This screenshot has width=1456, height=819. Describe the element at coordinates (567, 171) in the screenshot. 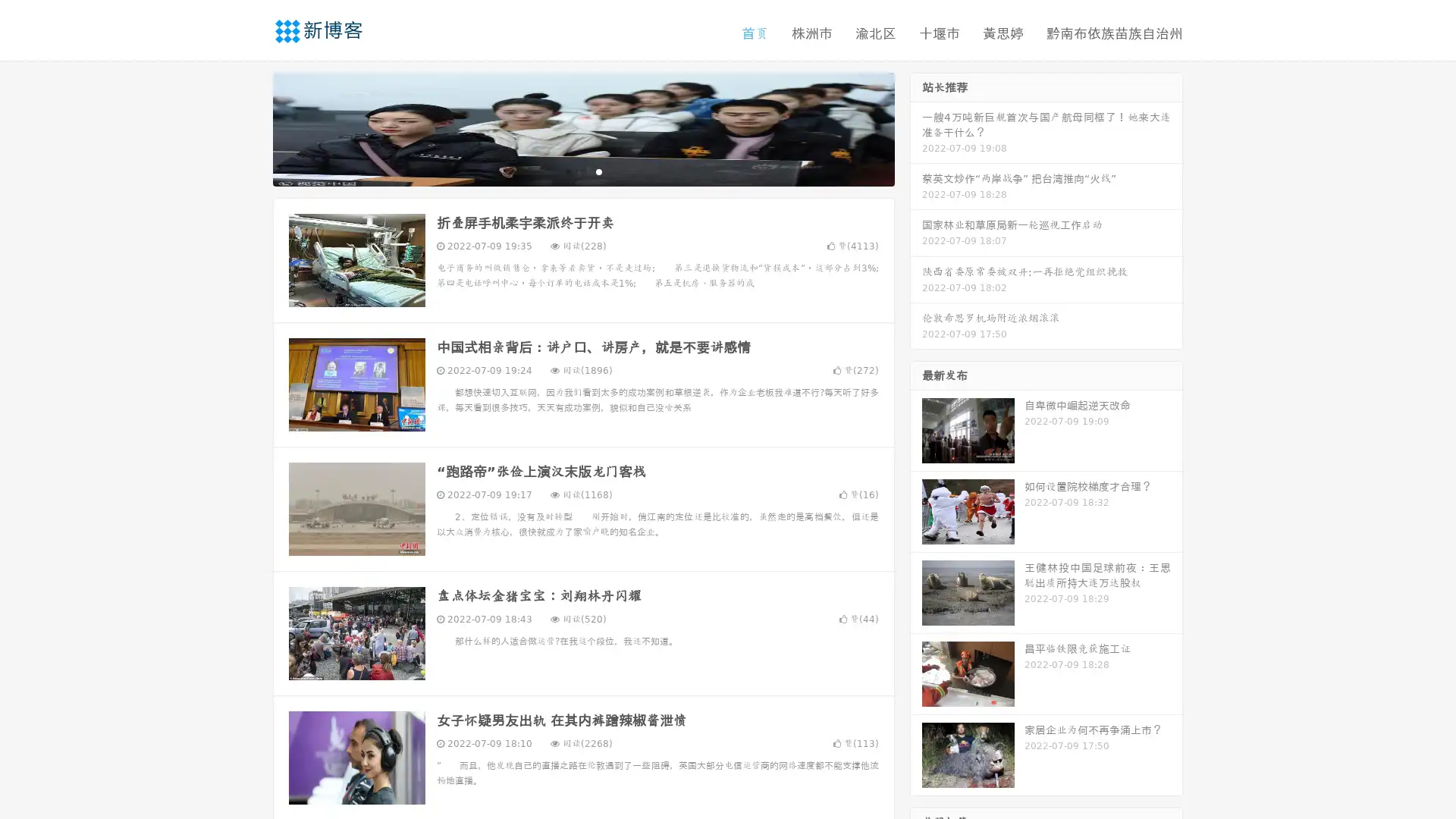

I see `Go to slide 1` at that location.